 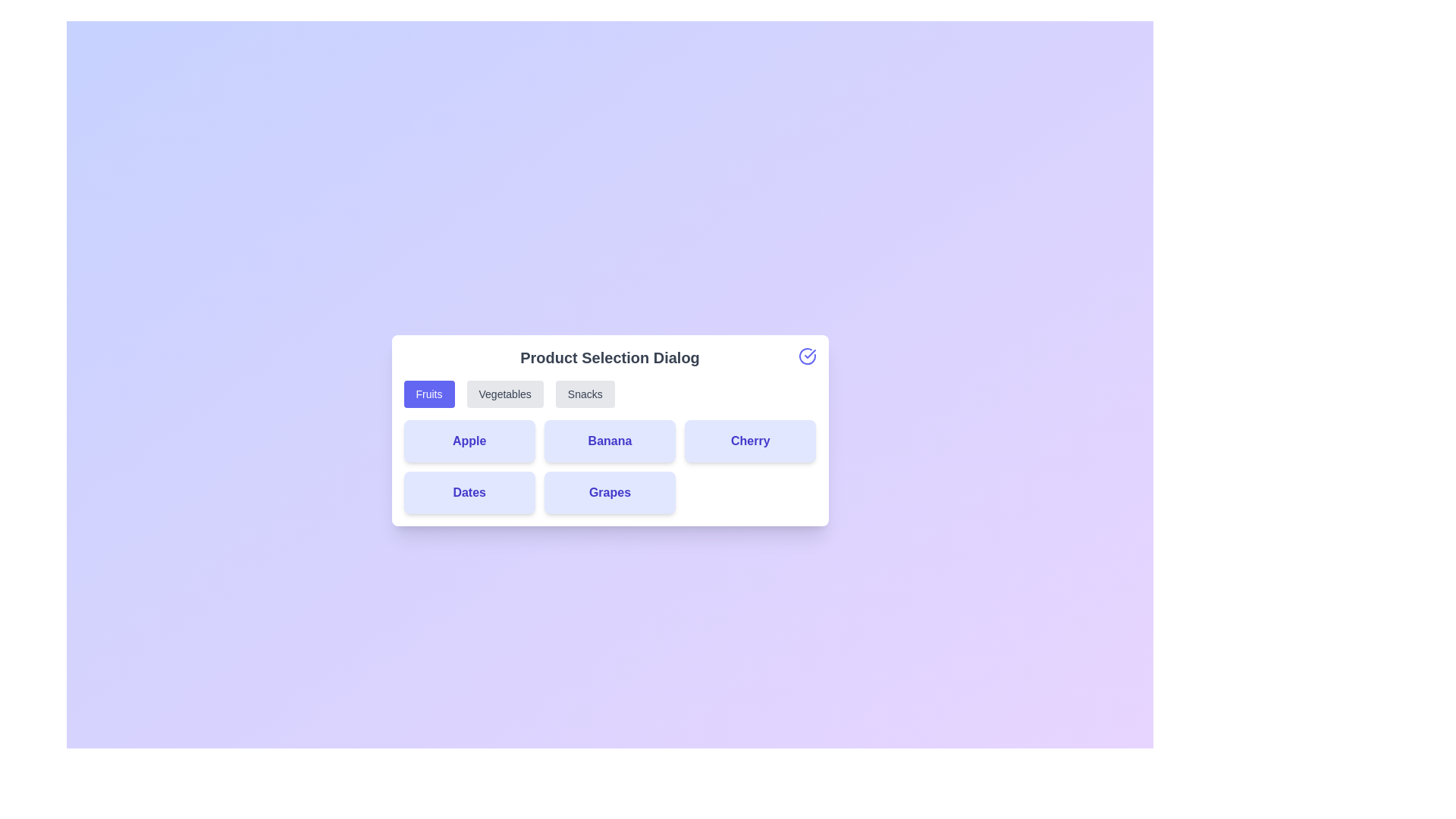 What do you see at coordinates (806, 356) in the screenshot?
I see `close button at the top-right corner of the dialog` at bounding box center [806, 356].